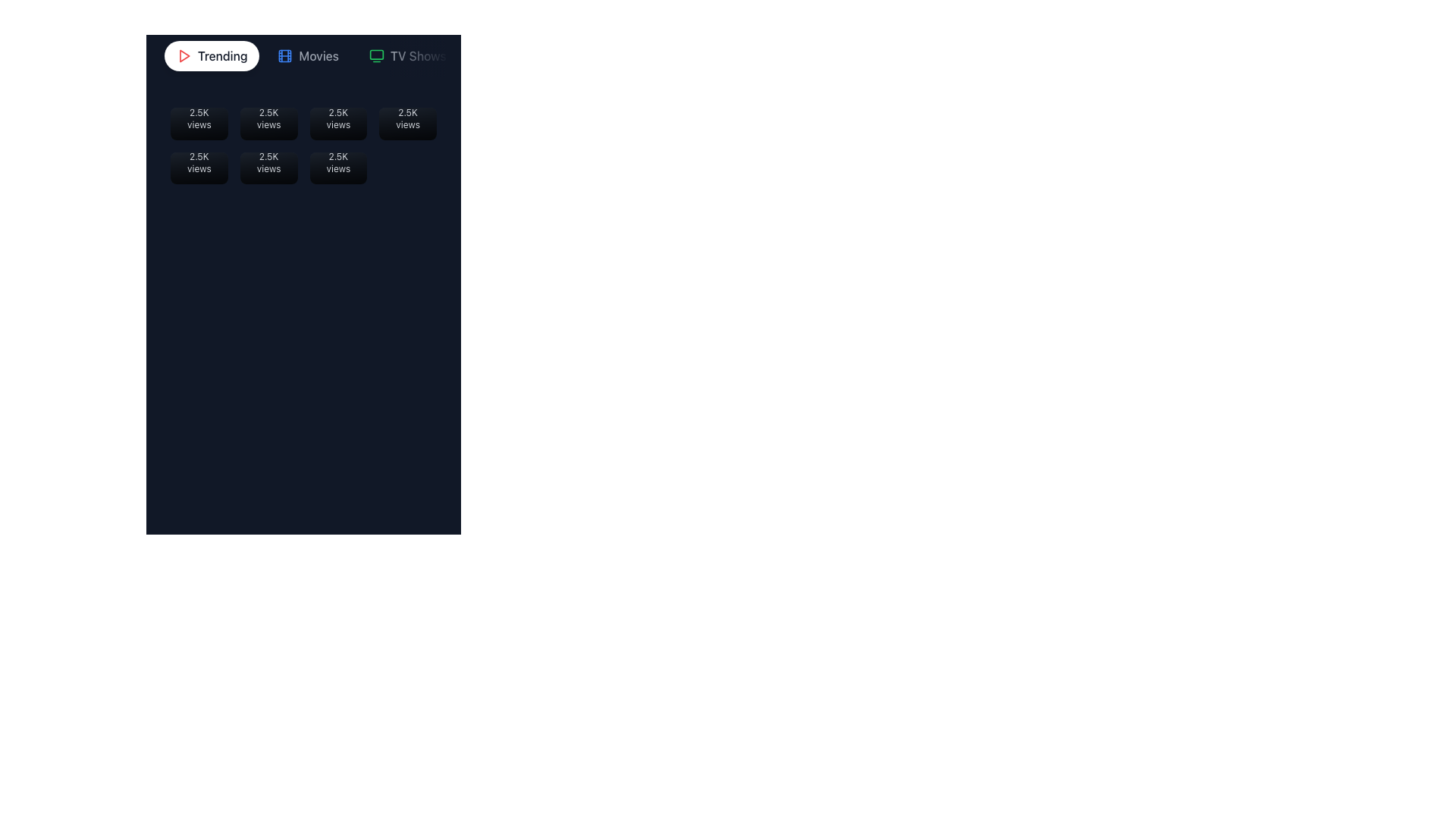  What do you see at coordinates (184, 55) in the screenshot?
I see `the decorative icon representing the 'Trending' section located at the leftmost part of the 'Trending' button in the top navigation menu` at bounding box center [184, 55].